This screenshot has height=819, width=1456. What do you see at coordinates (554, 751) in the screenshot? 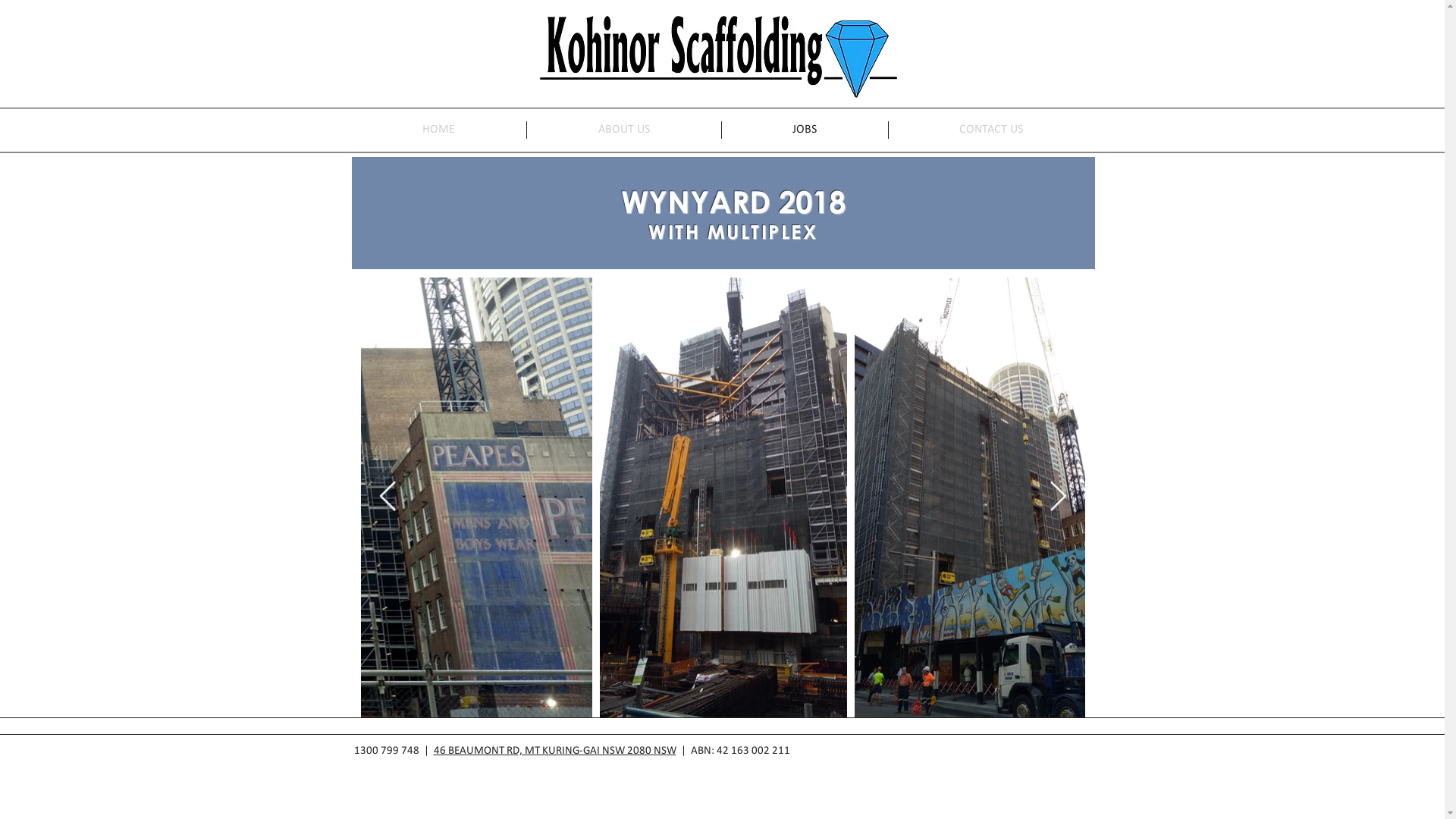
I see `'46 BEAUMONT RD, MT KURING-GAI NSW 2080 NSW'` at bounding box center [554, 751].